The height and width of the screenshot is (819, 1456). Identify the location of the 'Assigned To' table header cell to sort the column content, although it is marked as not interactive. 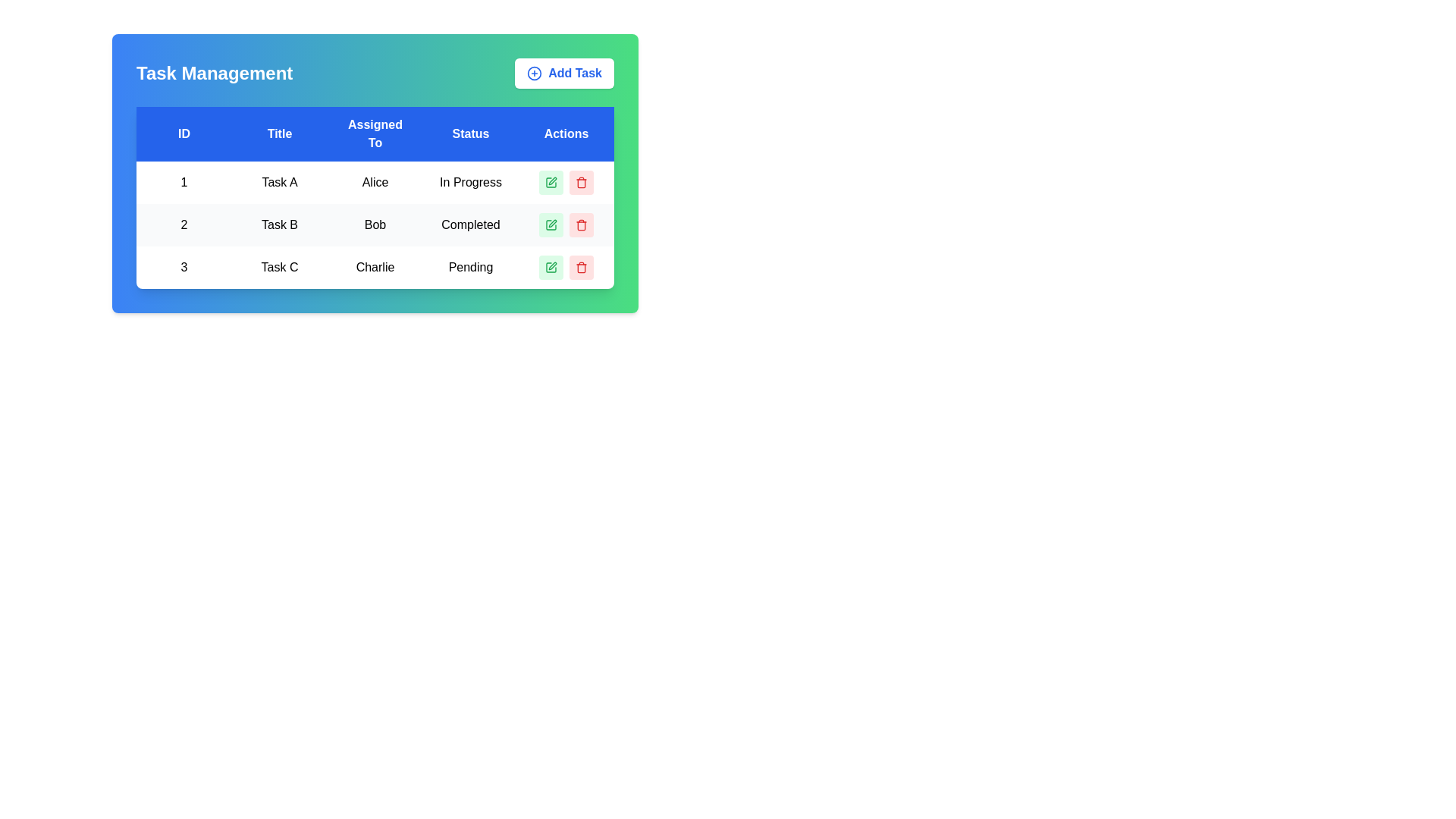
(375, 133).